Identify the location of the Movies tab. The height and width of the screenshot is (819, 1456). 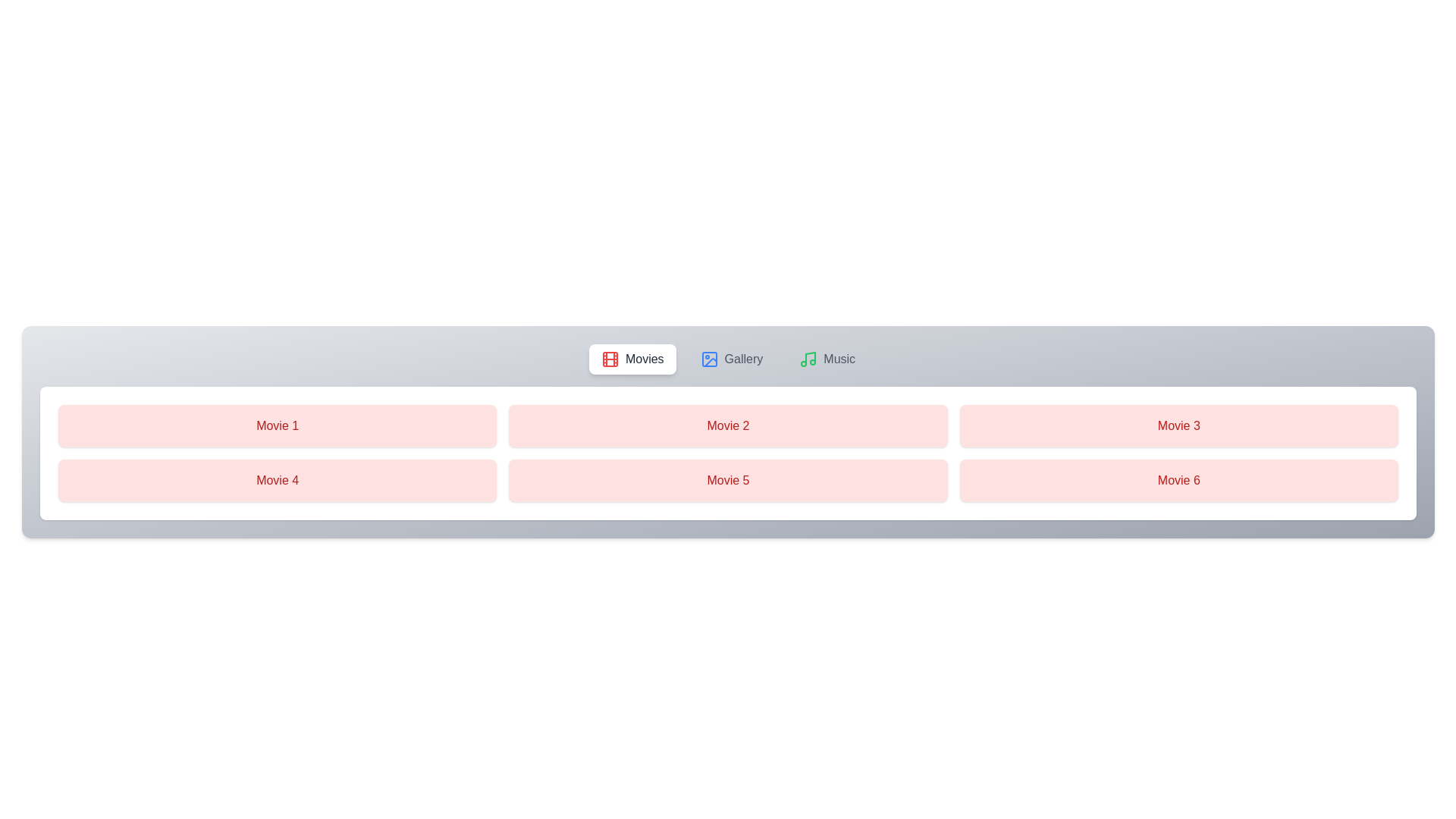
(632, 359).